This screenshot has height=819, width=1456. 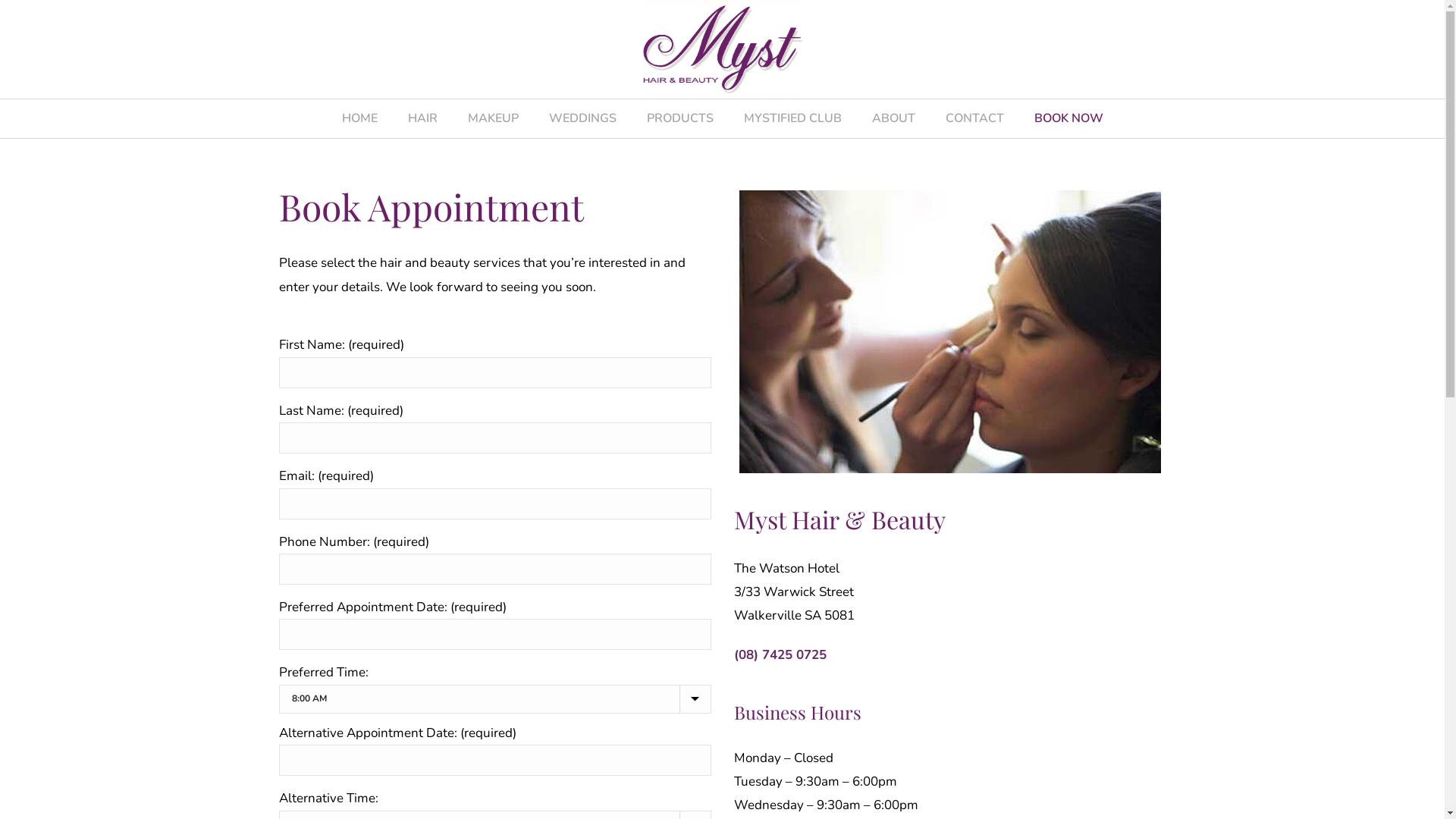 I want to click on 'Myst Hair & Beauty', so click(x=721, y=49).